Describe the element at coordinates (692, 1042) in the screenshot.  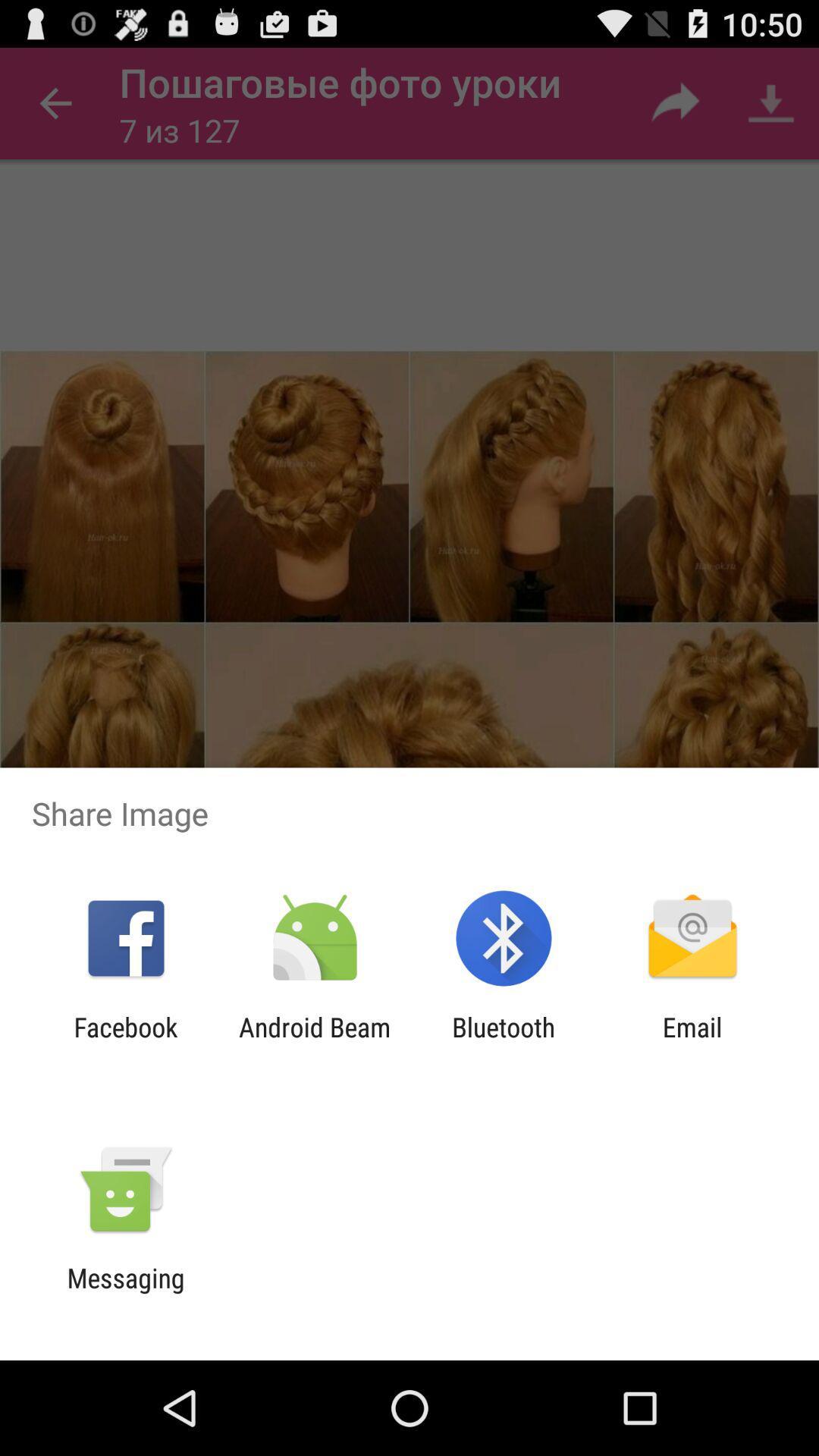
I see `the icon next to bluetooth` at that location.